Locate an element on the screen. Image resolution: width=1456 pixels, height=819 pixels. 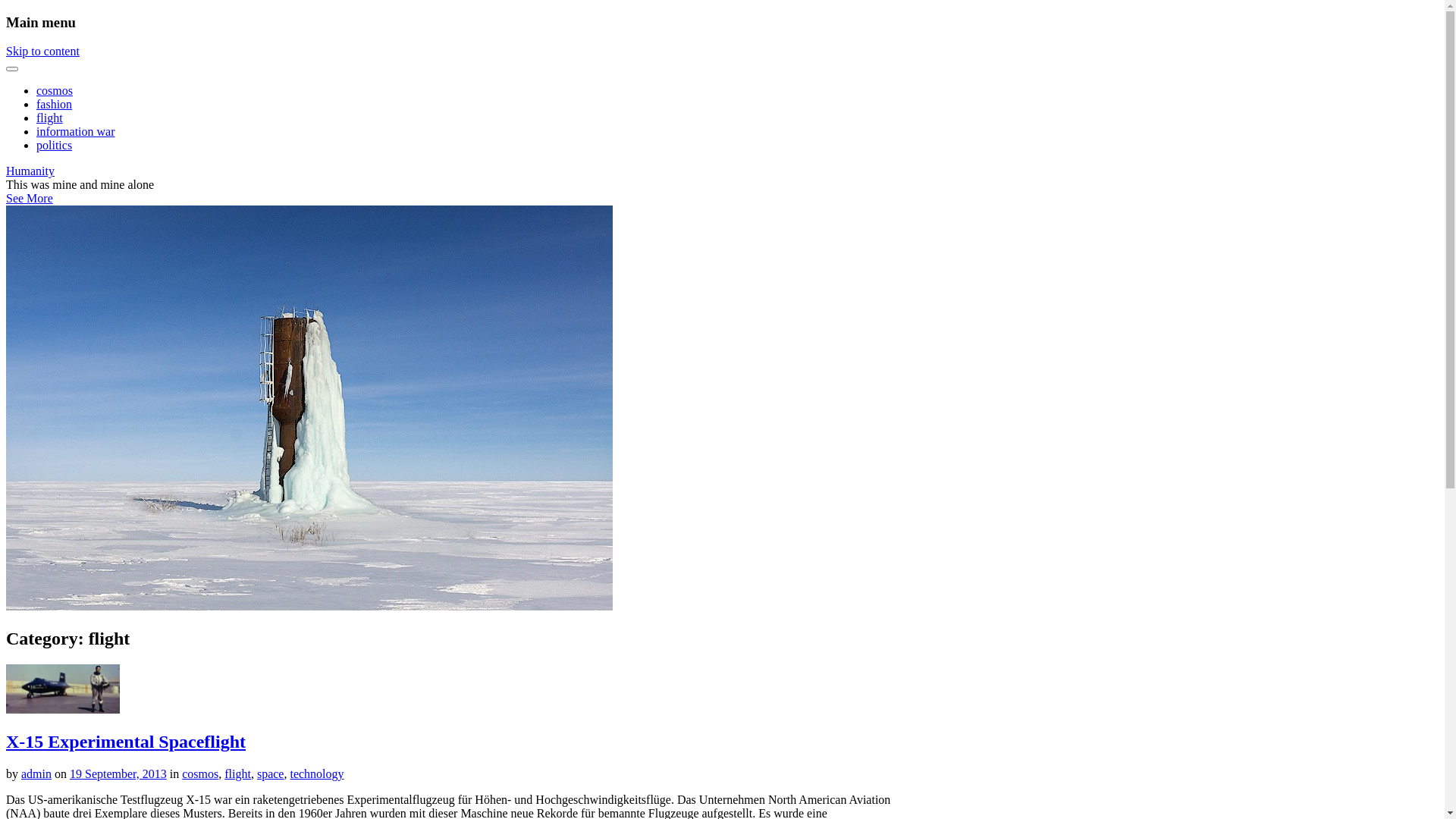
'See More' is located at coordinates (6, 197).